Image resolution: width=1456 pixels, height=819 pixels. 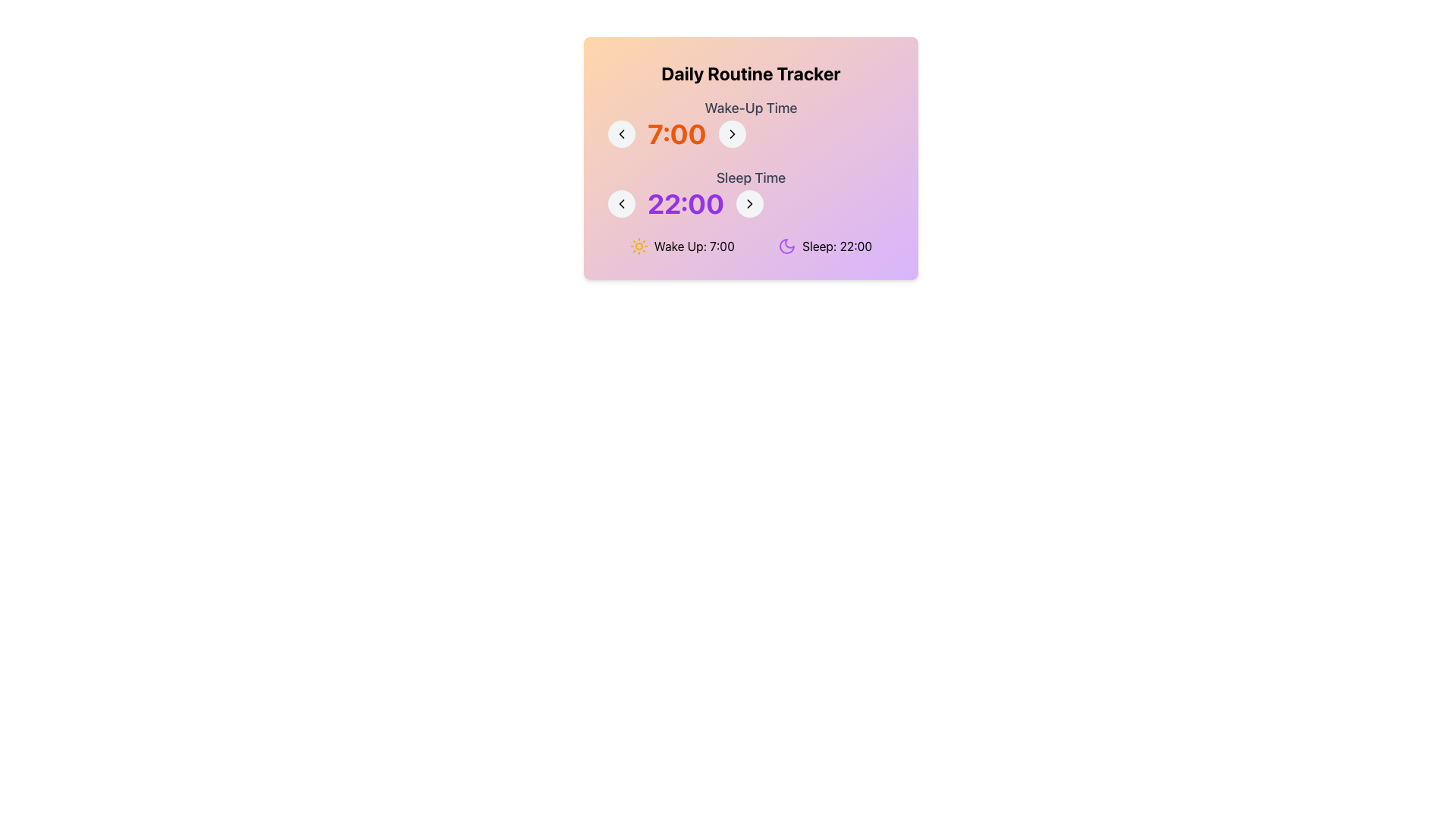 I want to click on the static display element for the configured wake-up time, located centrally within the 'Wake-Up Time' section, so click(x=676, y=133).